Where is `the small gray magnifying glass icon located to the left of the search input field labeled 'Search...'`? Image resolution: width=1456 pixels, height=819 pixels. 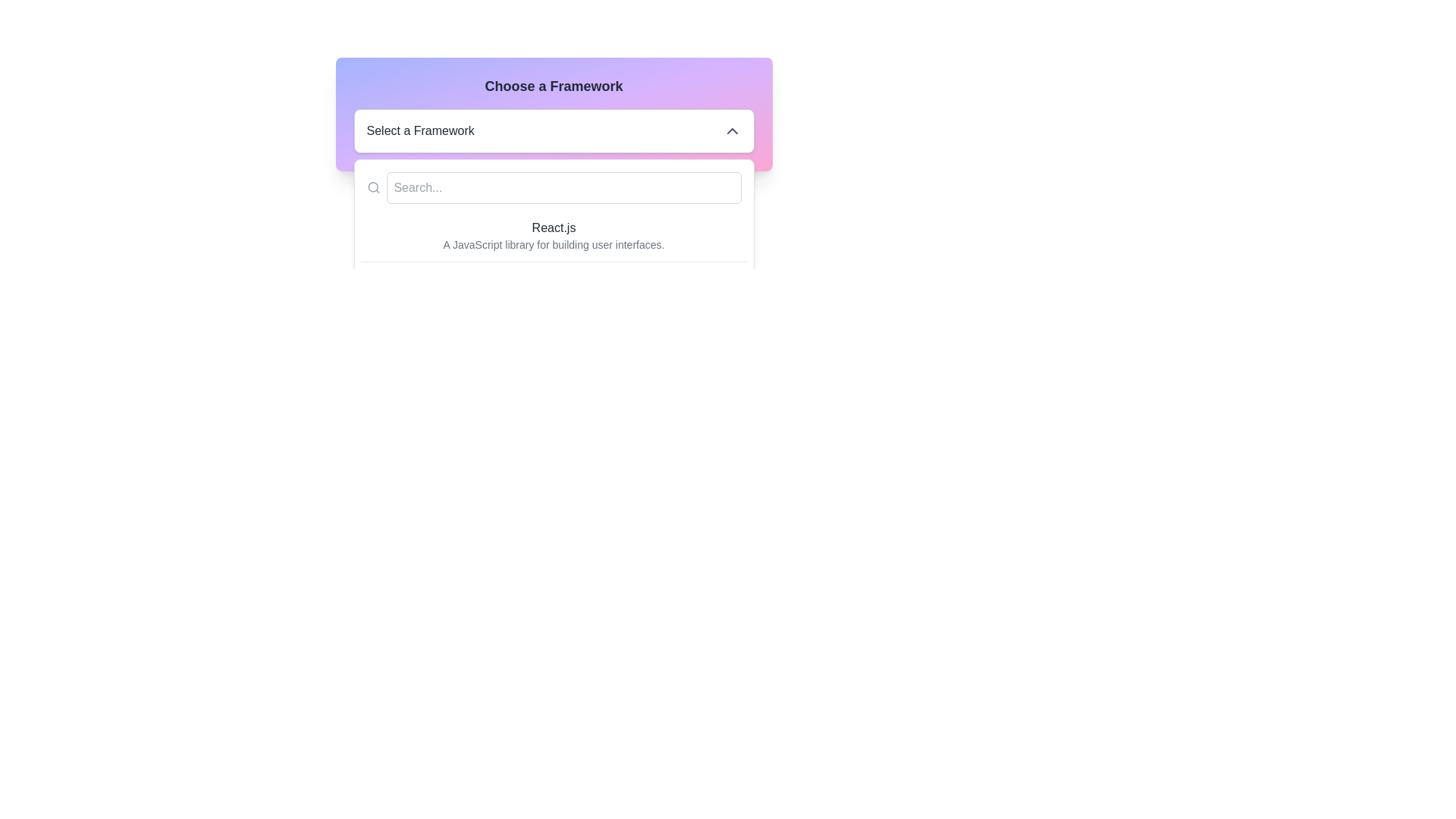
the small gray magnifying glass icon located to the left of the search input field labeled 'Search...' is located at coordinates (373, 187).